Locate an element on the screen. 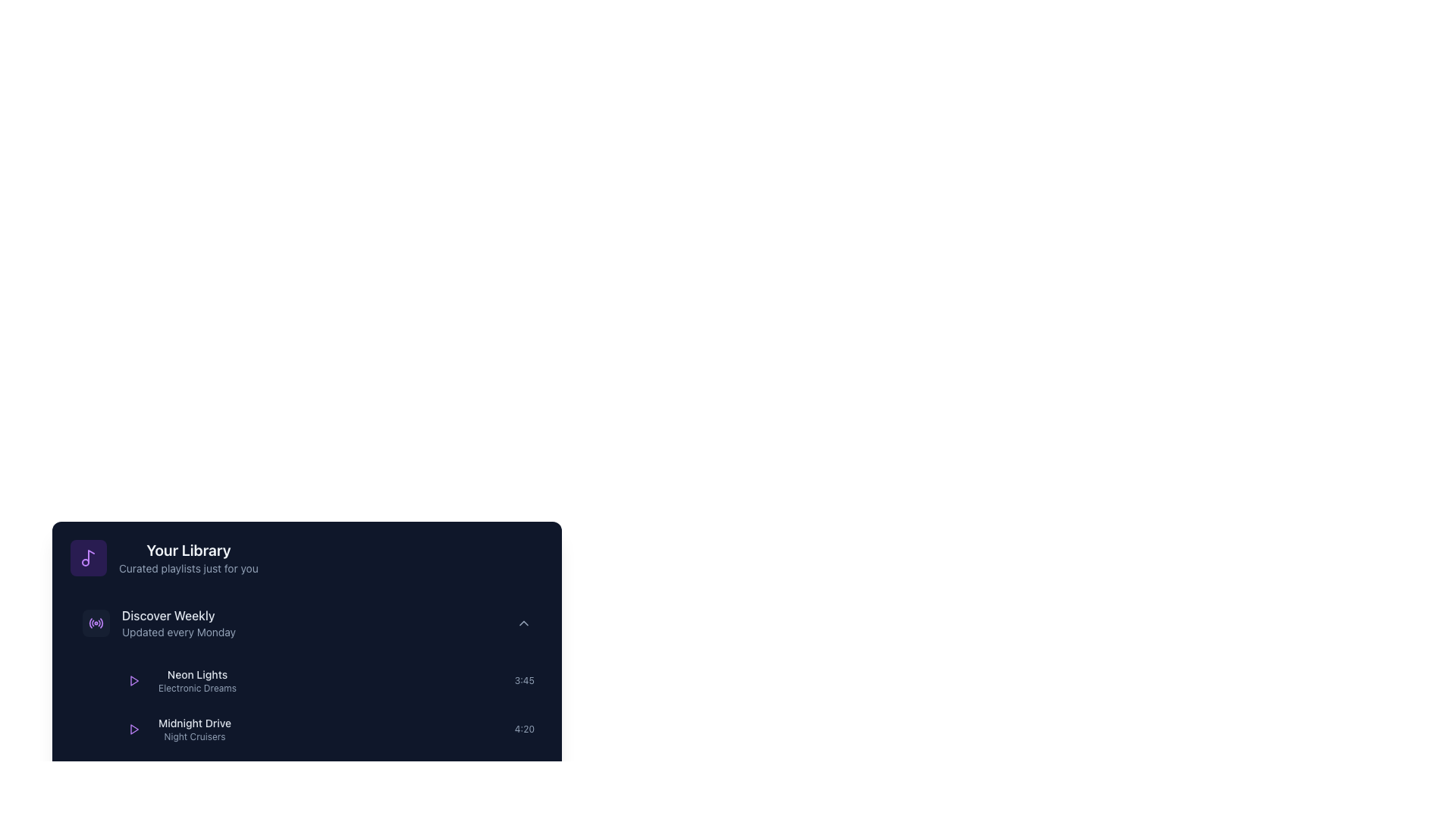  the text label that says 'Curated playlists just for you', which is positioned directly below the larger 'Your Library' text in a light gray color is located at coordinates (187, 568).